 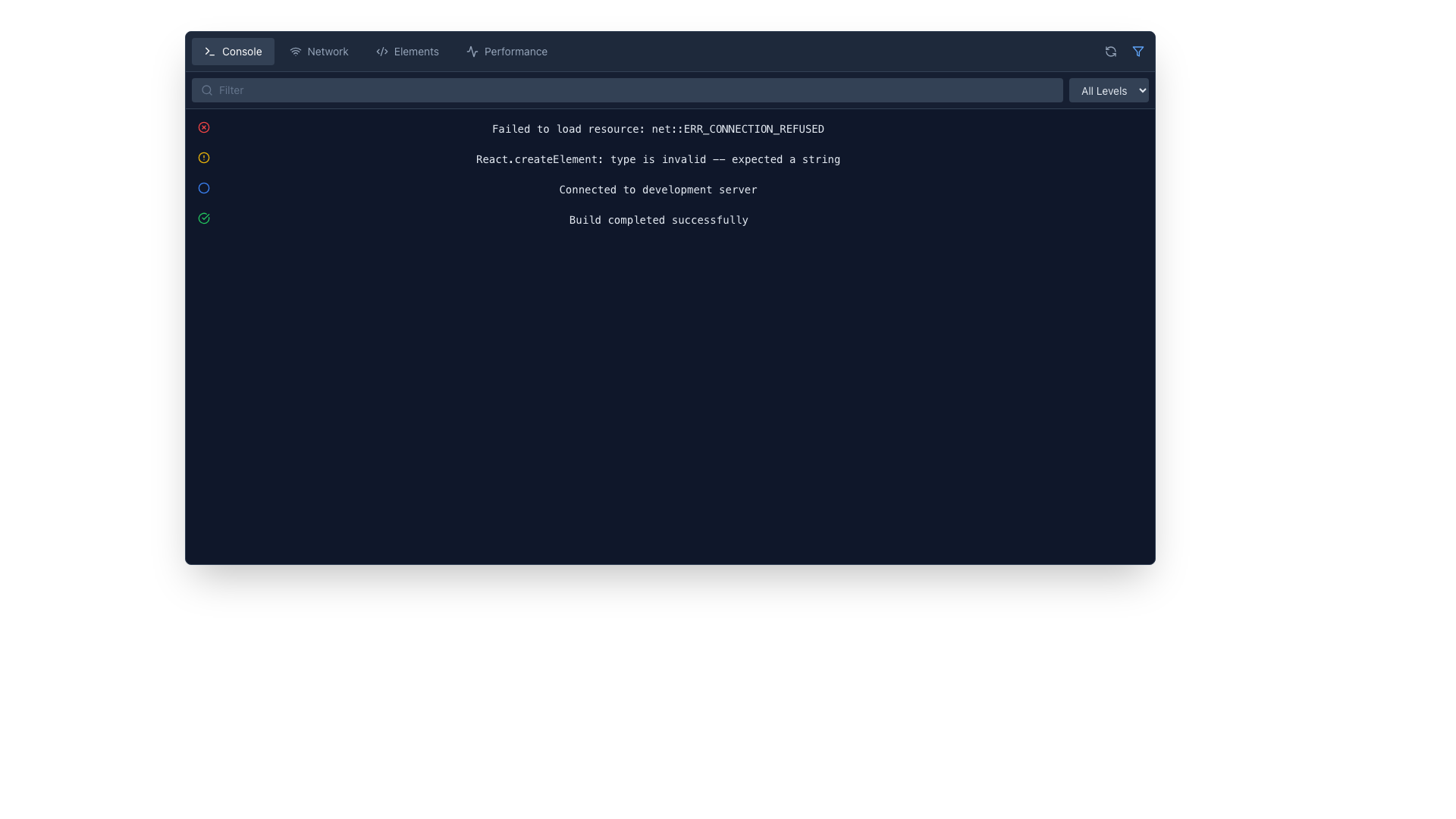 I want to click on the 'Console' button located in the first position of the horizontal navigation bar, which has a dark slate-gray background and white text, so click(x=232, y=51).